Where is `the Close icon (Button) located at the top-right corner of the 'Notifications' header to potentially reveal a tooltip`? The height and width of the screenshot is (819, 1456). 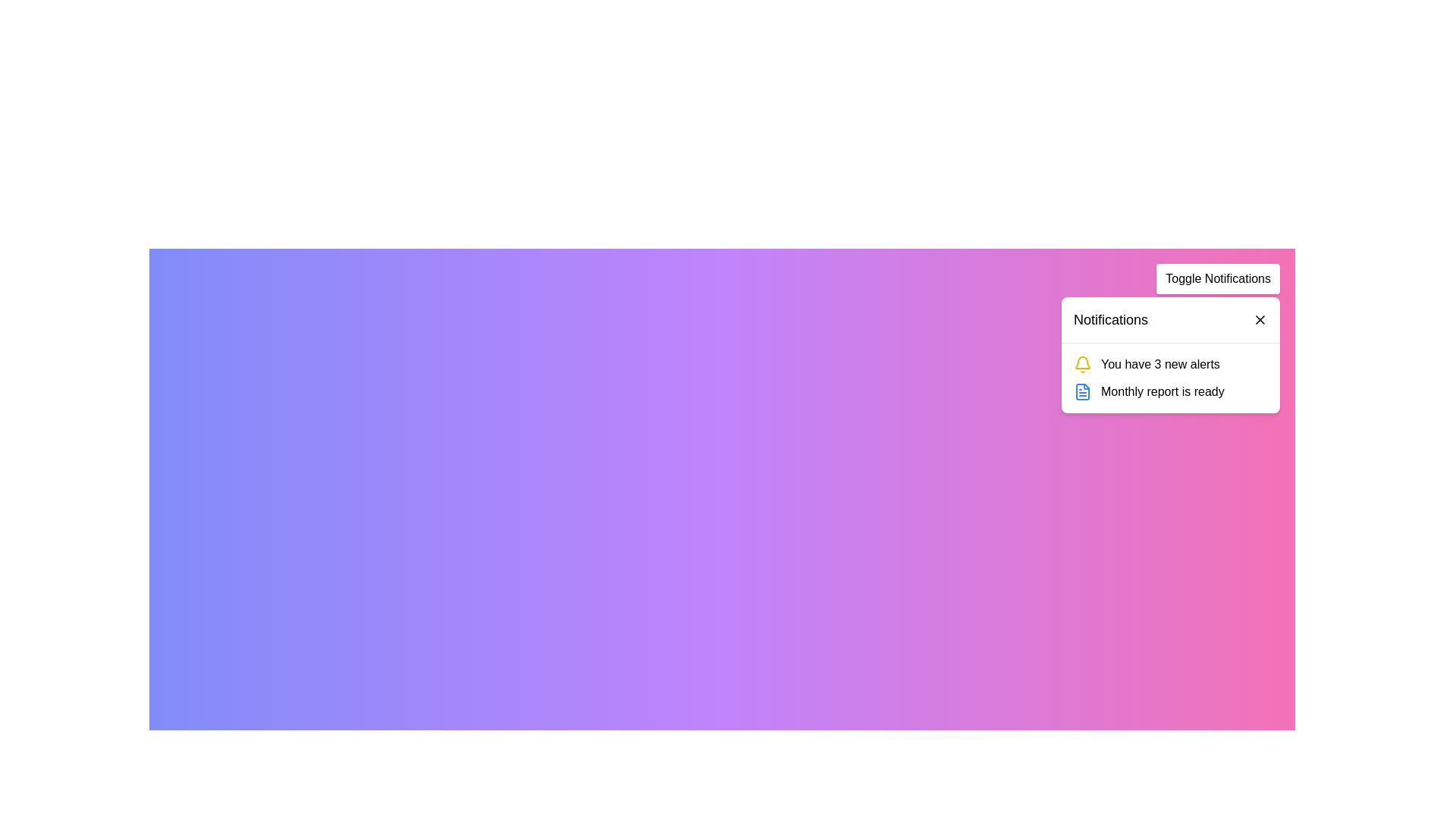 the Close icon (Button) located at the top-right corner of the 'Notifications' header to potentially reveal a tooltip is located at coordinates (1260, 318).